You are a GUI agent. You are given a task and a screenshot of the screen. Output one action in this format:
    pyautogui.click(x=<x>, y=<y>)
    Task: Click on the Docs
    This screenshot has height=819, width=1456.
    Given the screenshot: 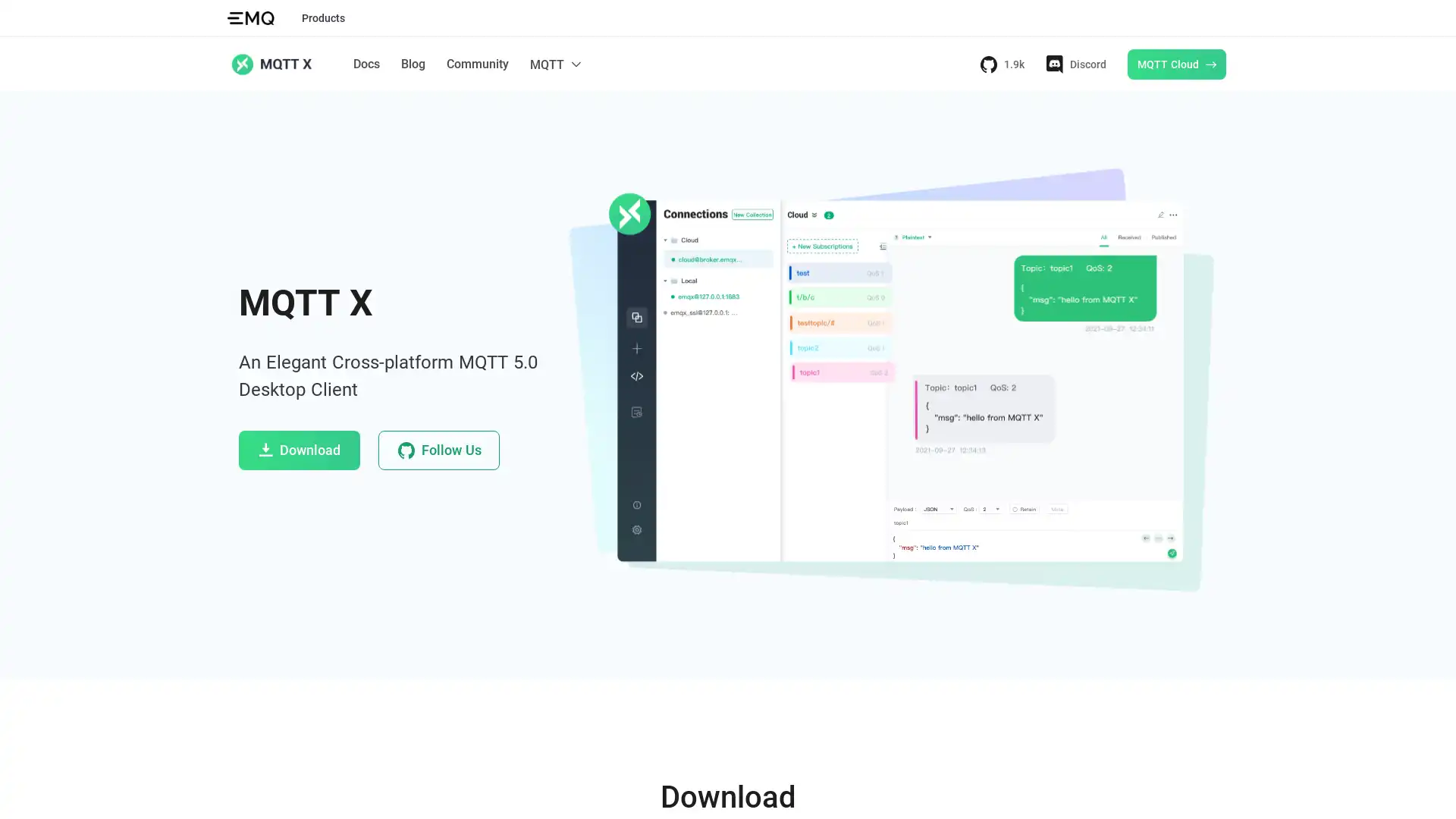 What is the action you would take?
    pyautogui.click(x=728, y=112)
    